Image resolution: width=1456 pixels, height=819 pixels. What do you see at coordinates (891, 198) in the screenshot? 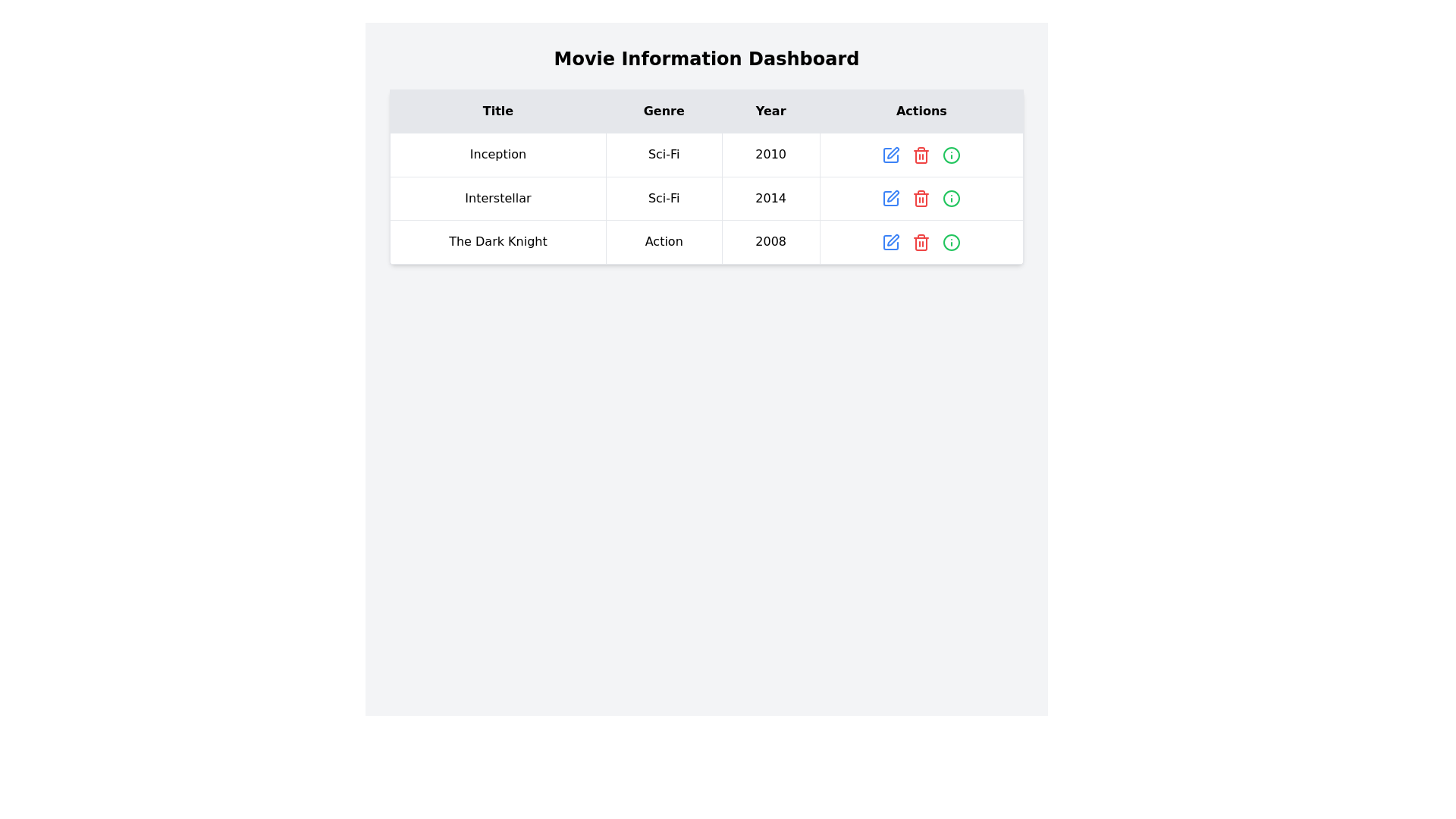
I see `the pen icon button within the Actions column of the second row to initiate editing` at bounding box center [891, 198].